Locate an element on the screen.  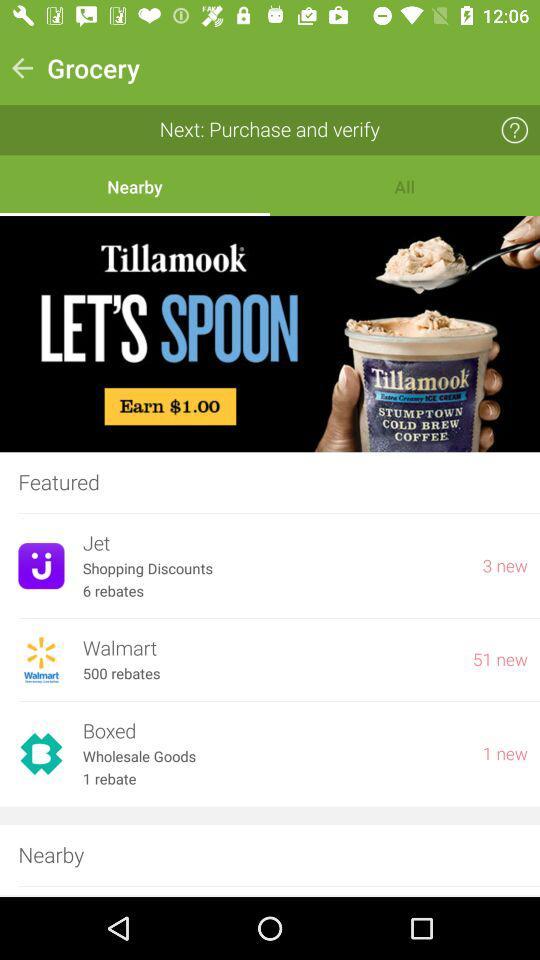
item next to the 51 new item is located at coordinates (268, 647).